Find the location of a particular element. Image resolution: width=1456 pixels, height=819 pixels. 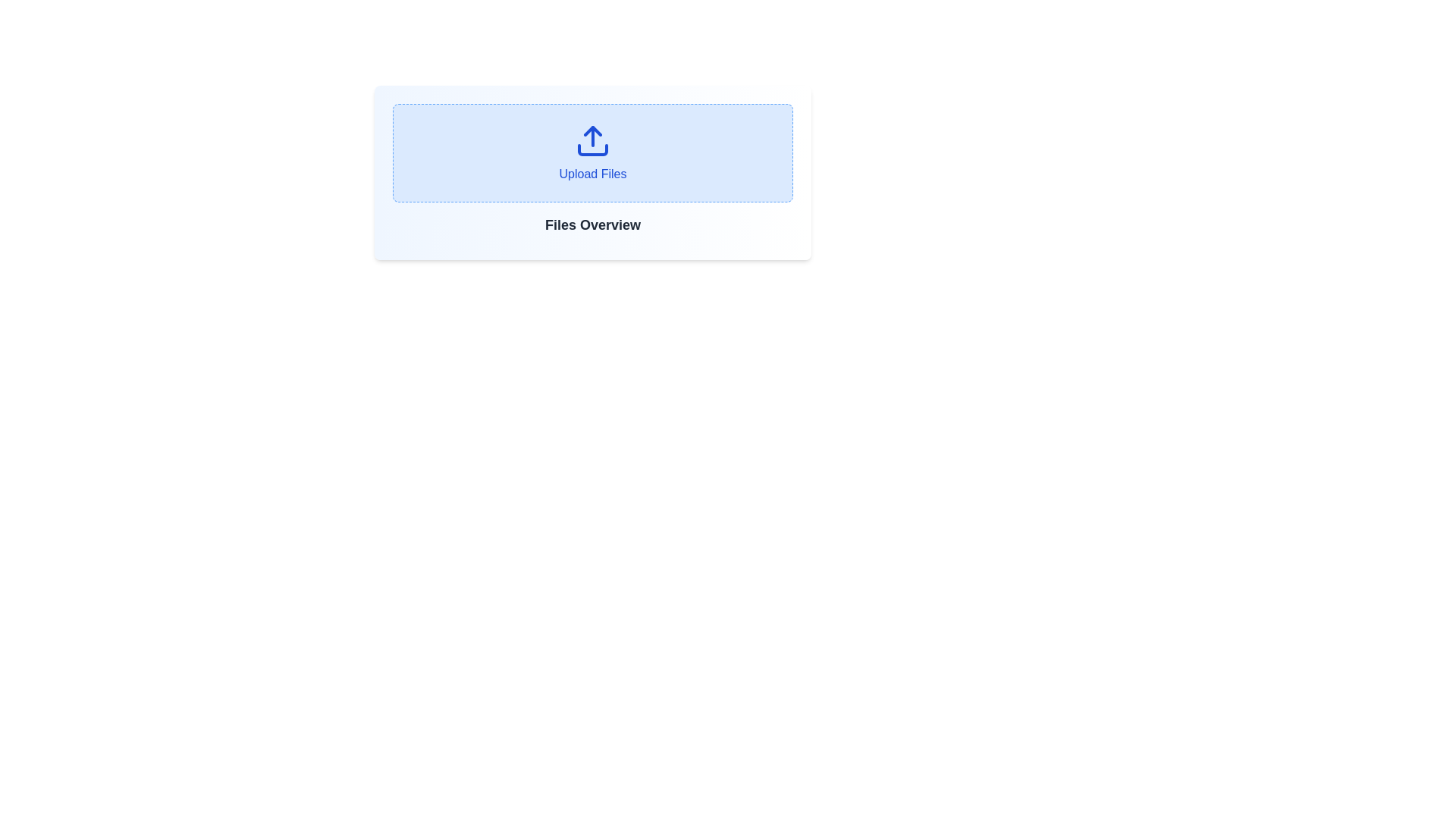

the horizontal arc-like shape that forms the base of the upload icon, which is part of the 'Upload Files' area is located at coordinates (592, 149).